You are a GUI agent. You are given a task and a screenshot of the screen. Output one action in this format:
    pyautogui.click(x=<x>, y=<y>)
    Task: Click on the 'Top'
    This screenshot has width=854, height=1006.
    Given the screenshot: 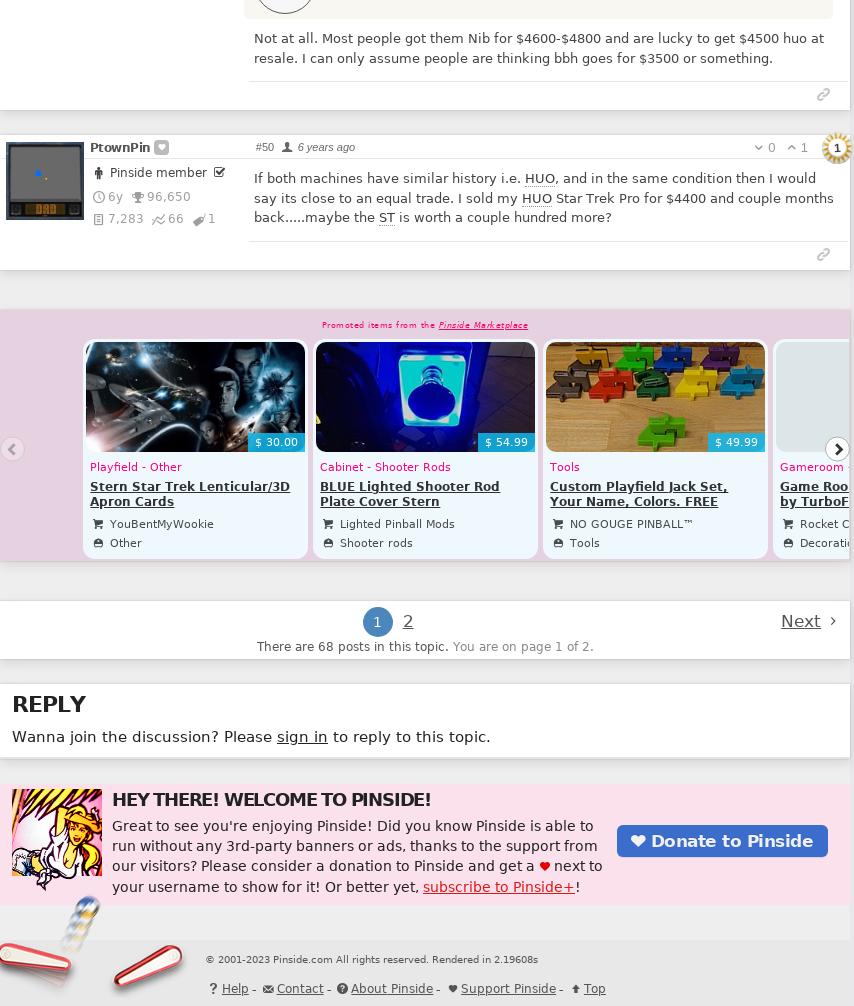 What is the action you would take?
    pyautogui.click(x=583, y=986)
    